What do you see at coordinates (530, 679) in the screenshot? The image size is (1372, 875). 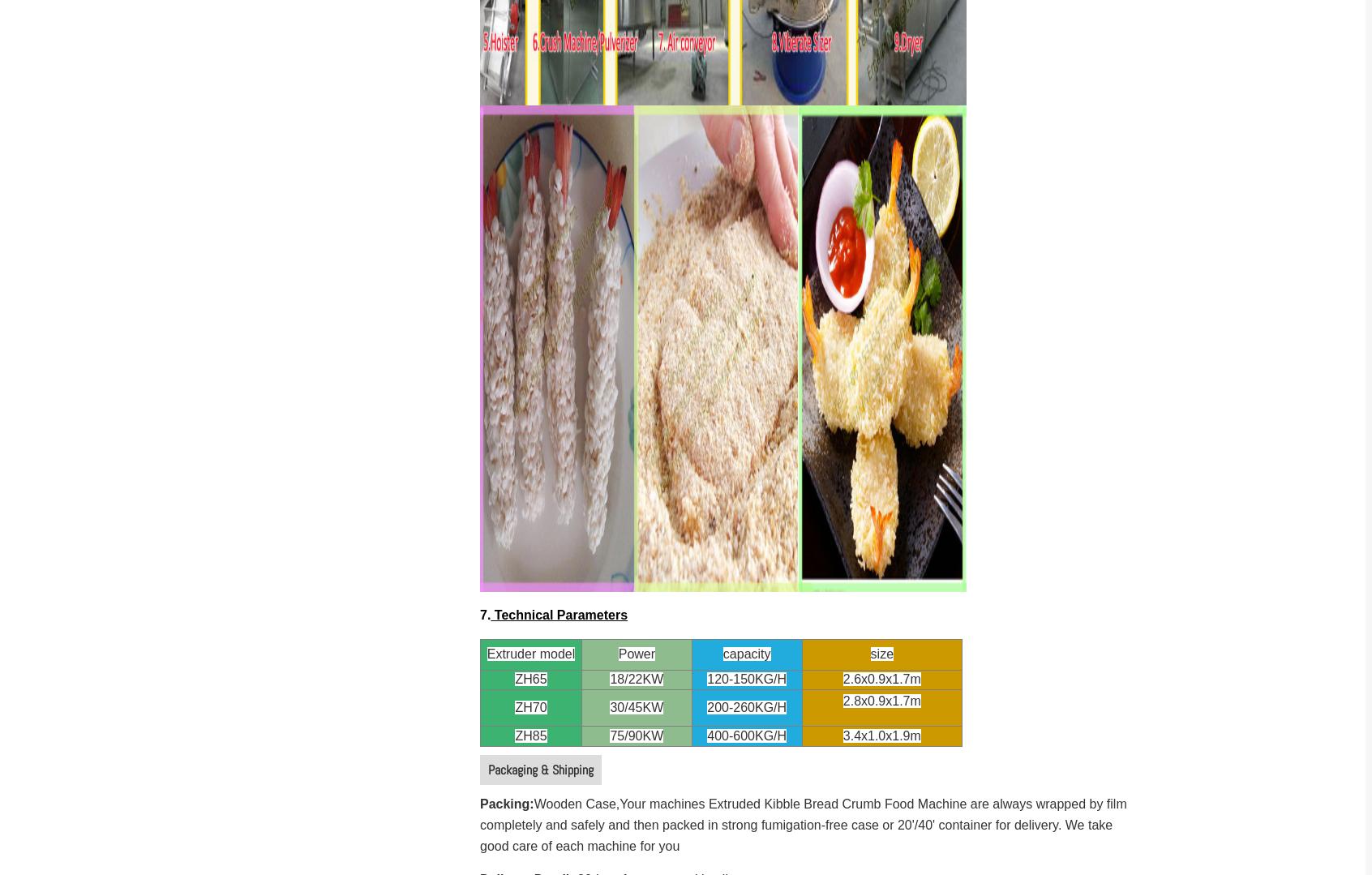 I see `'ZH65'` at bounding box center [530, 679].